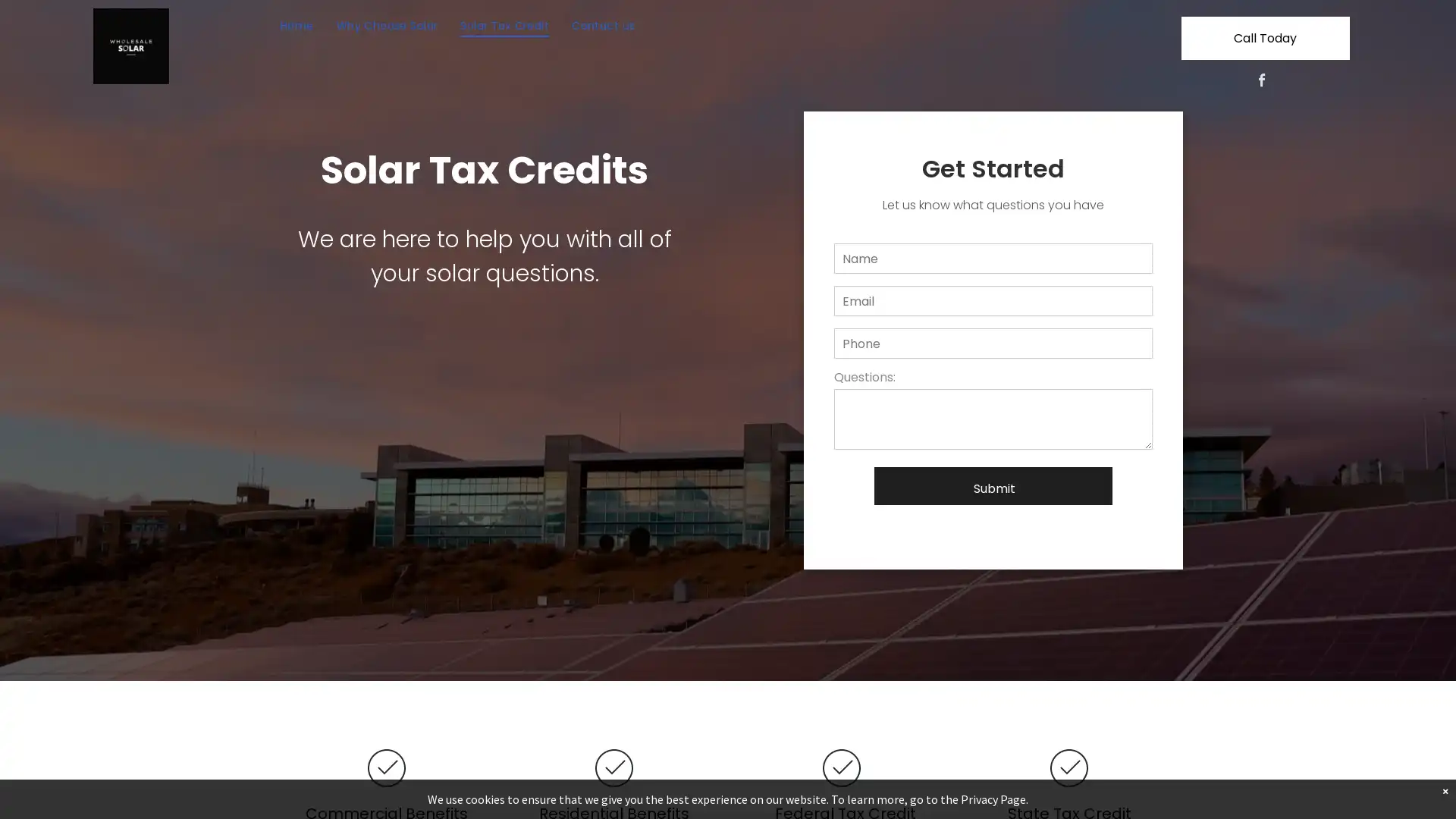 The image size is (1456, 819). What do you see at coordinates (994, 488) in the screenshot?
I see `Submit` at bounding box center [994, 488].